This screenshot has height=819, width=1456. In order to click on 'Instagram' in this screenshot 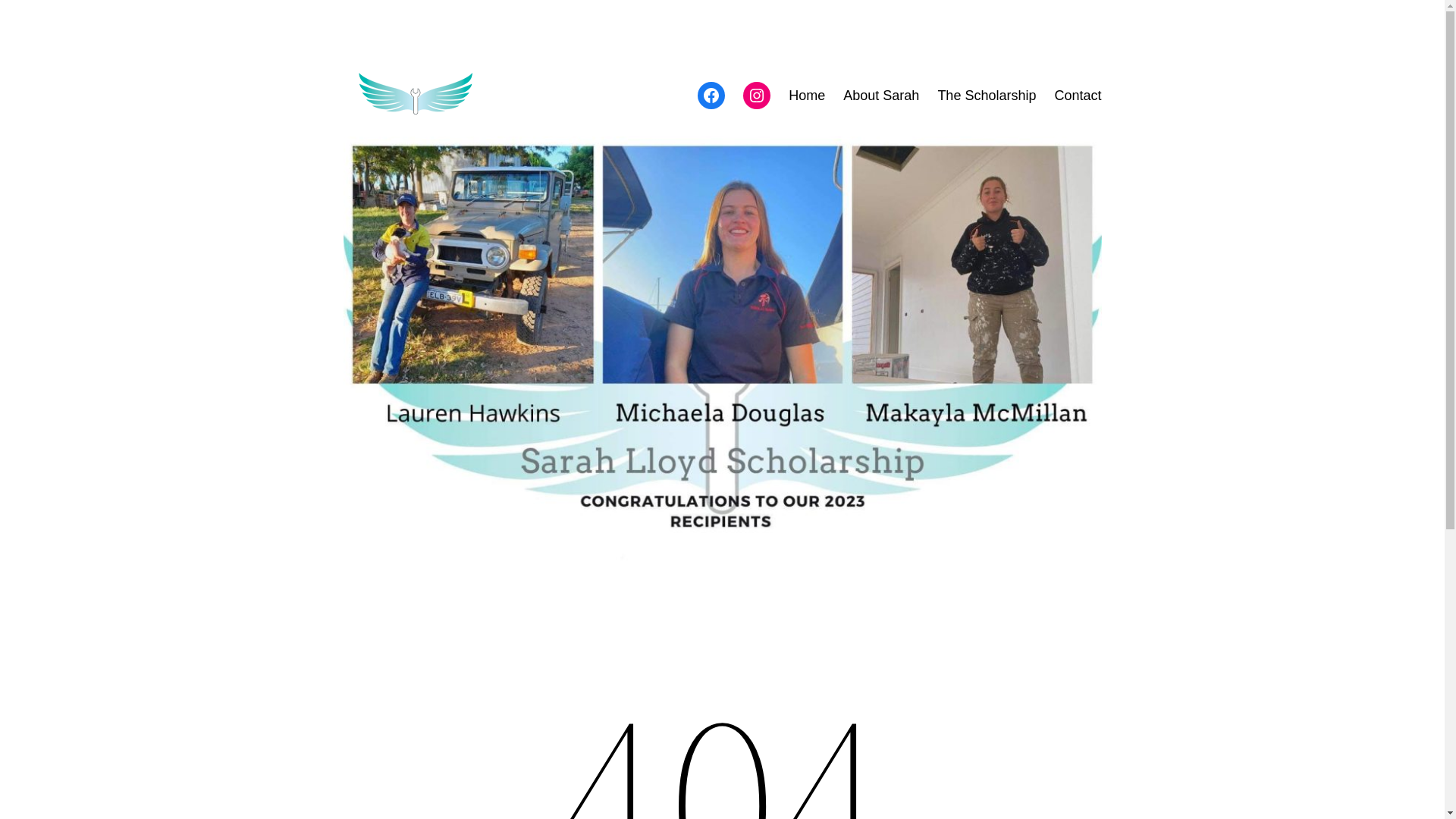, I will do `click(757, 96)`.